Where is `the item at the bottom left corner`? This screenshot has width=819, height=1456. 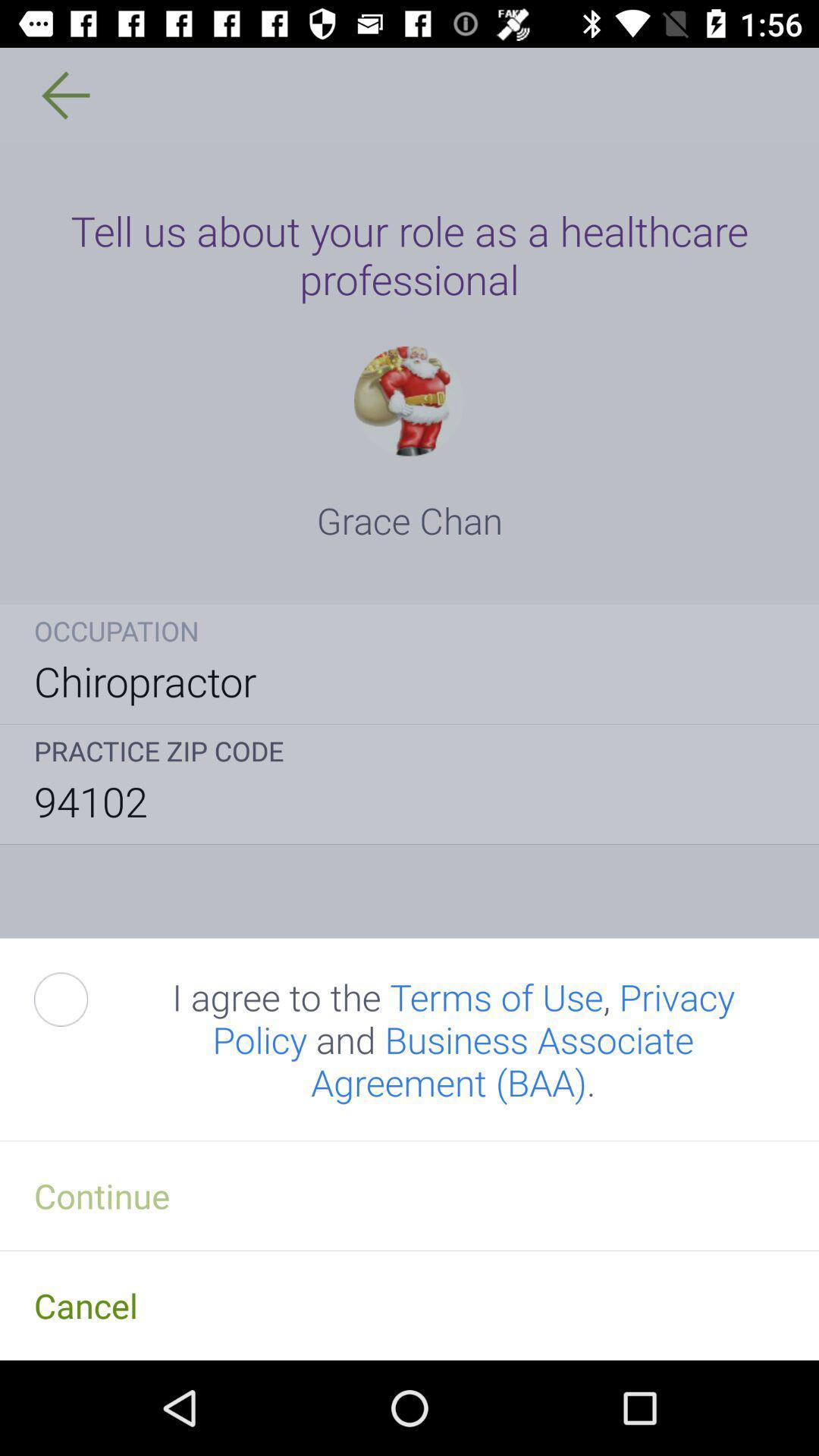 the item at the bottom left corner is located at coordinates (78, 999).